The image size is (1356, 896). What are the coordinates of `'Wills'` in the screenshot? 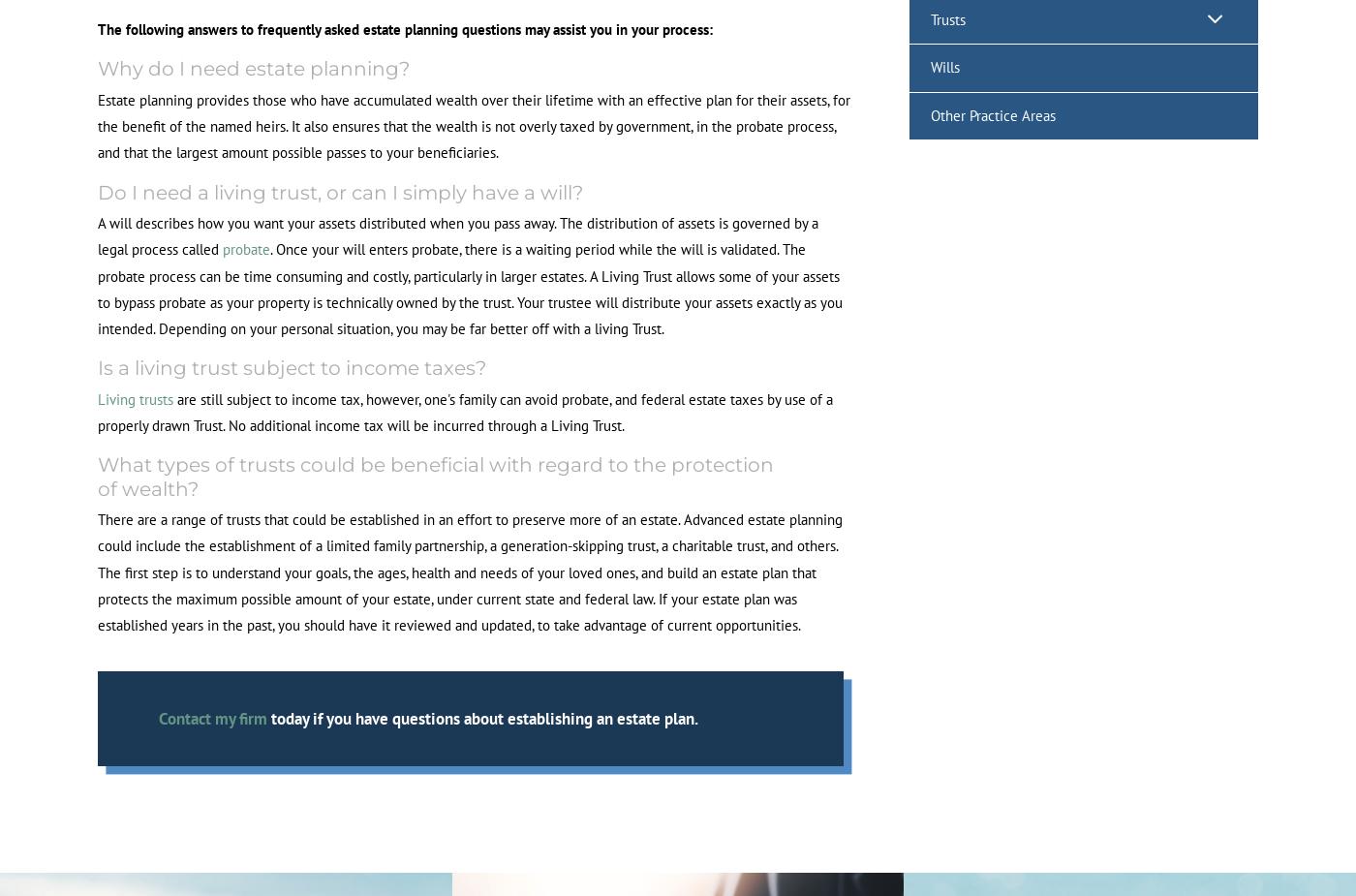 It's located at (944, 66).